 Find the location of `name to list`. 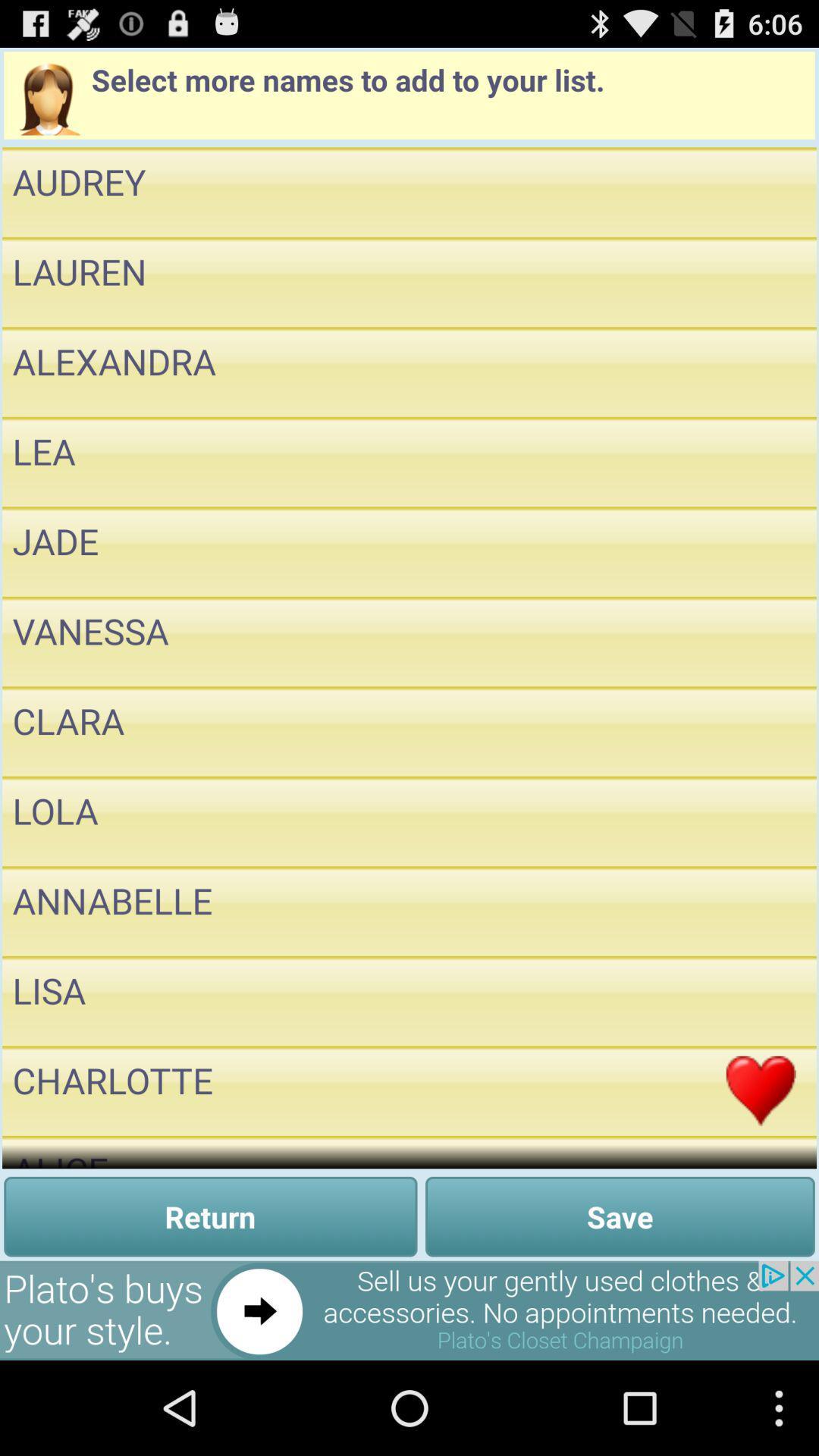

name to list is located at coordinates (761, 551).